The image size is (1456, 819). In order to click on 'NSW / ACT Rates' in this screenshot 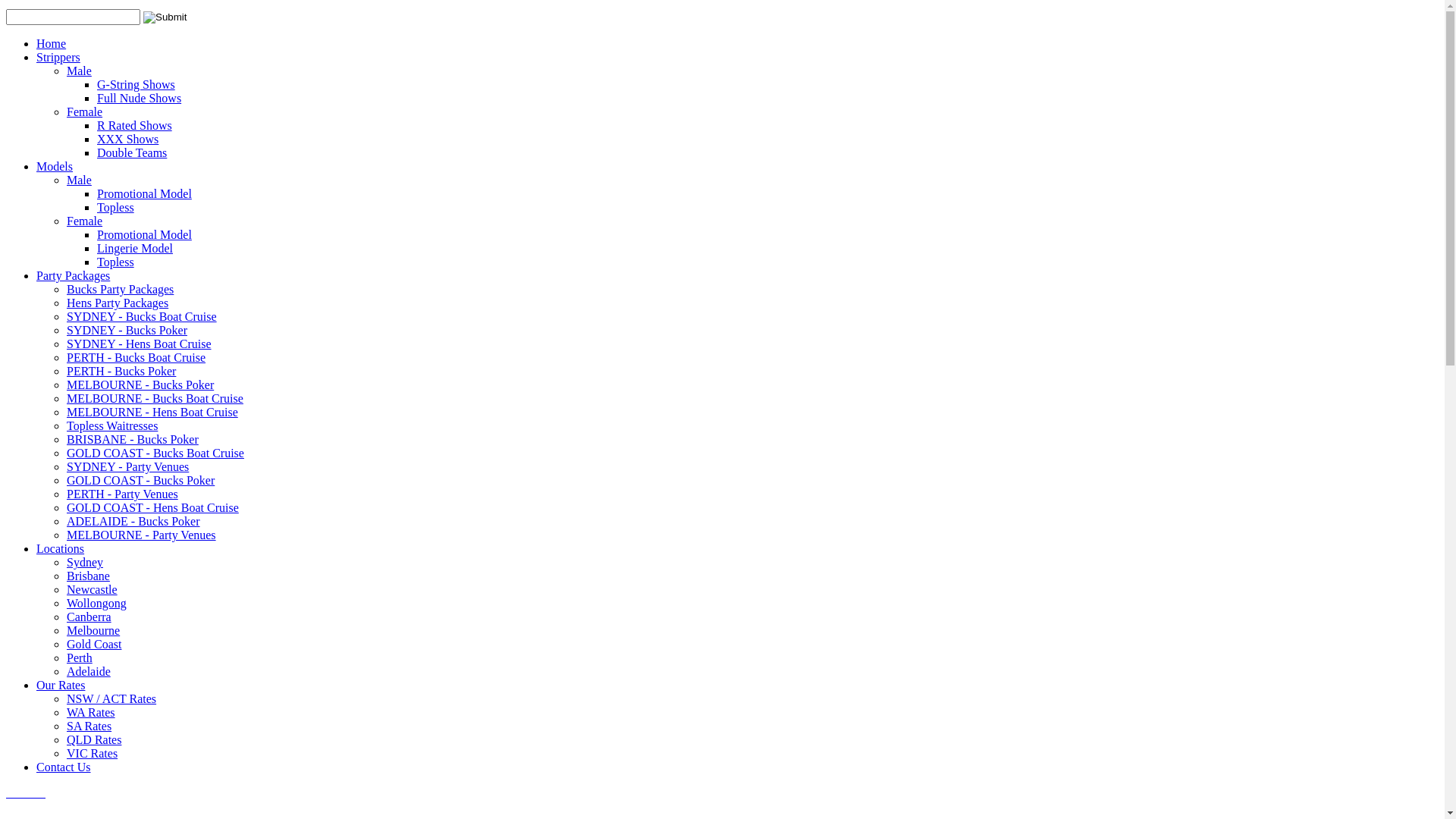, I will do `click(111, 698)`.